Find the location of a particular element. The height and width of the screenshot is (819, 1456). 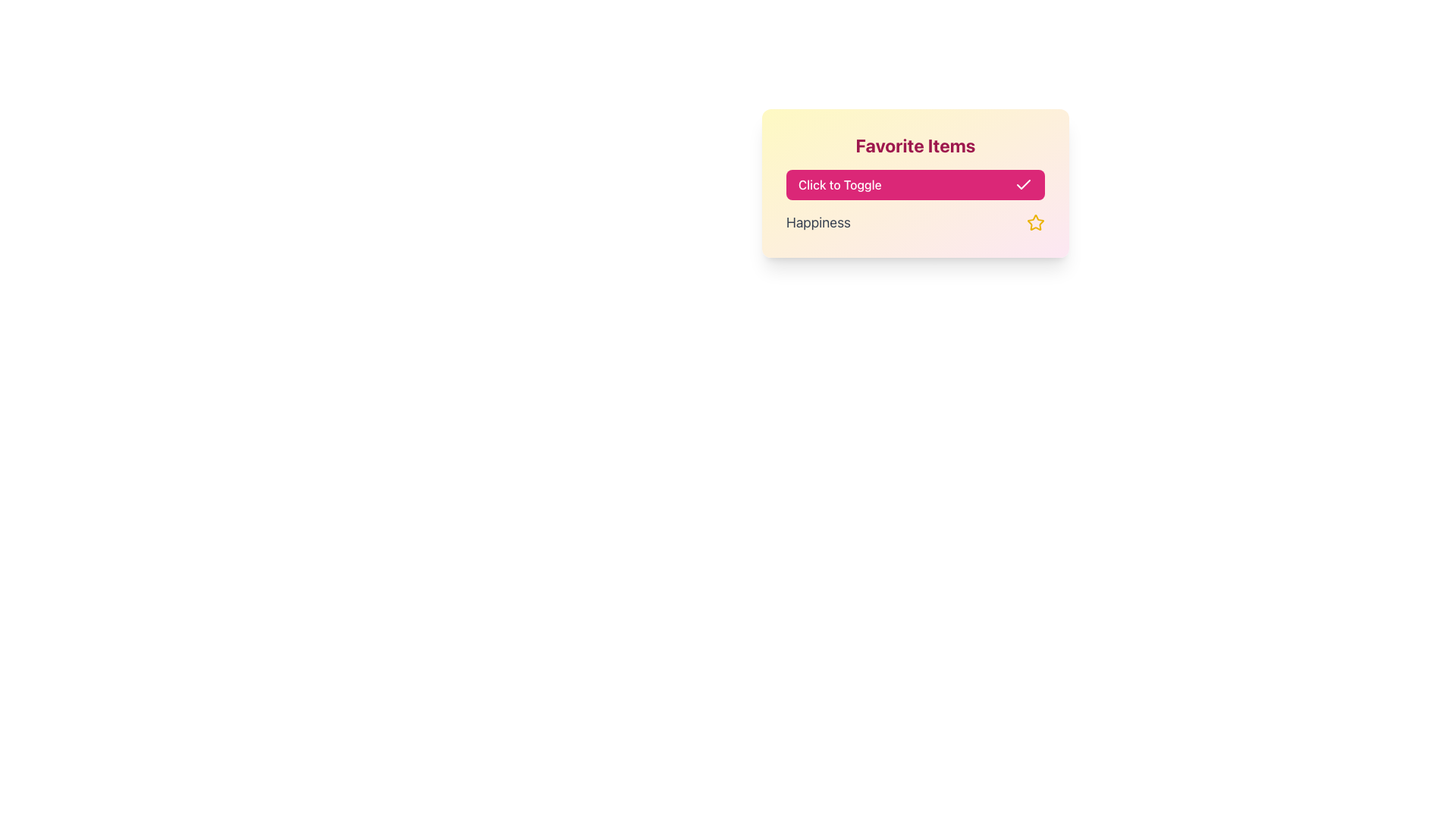

the text label 'Happiness' is located at coordinates (817, 222).